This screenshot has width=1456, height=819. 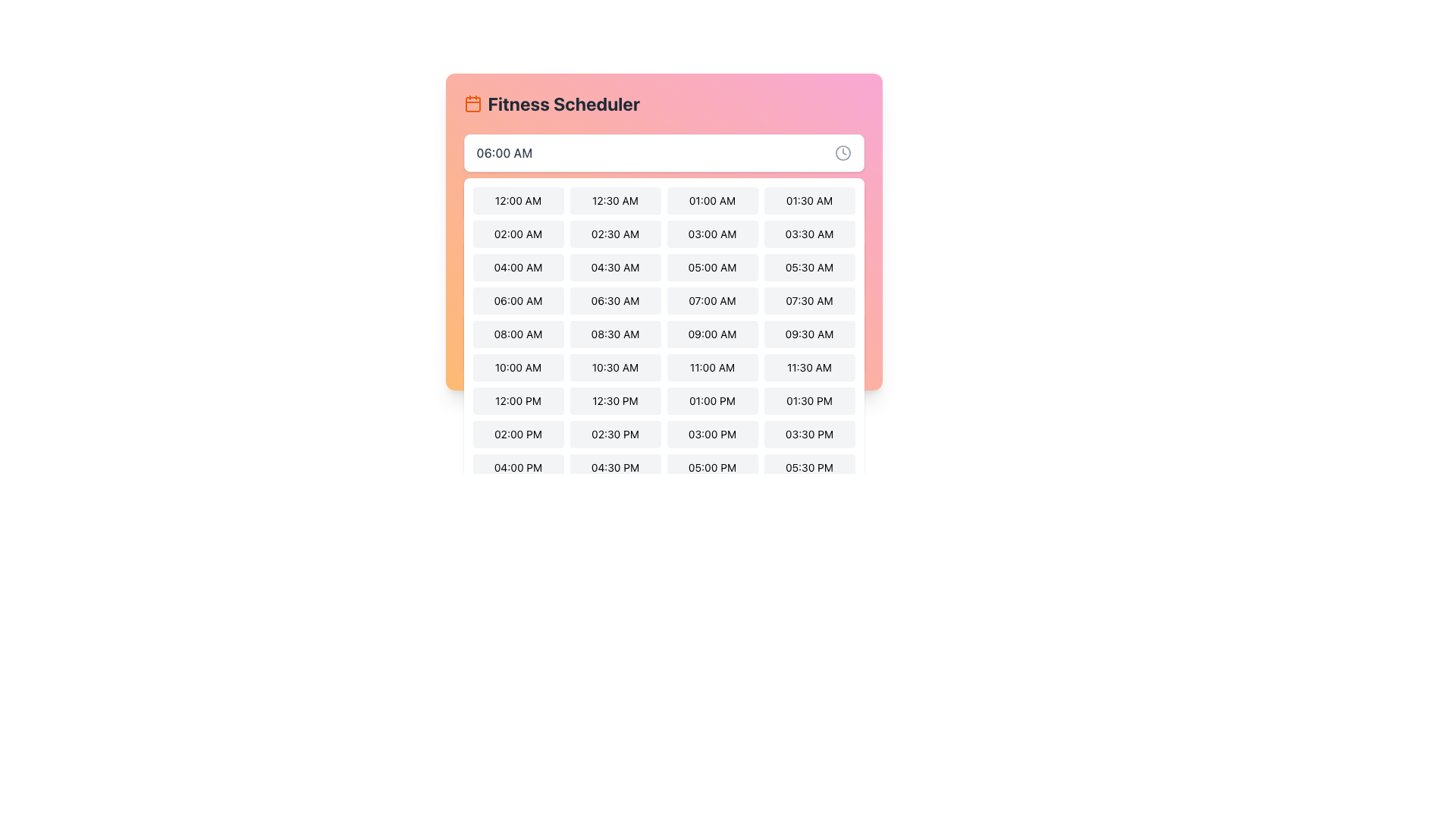 I want to click on the rectangular button labeled '10:00 AM' located in the third row and first column of the grid within the Fitness Scheduler dropdown, so click(x=518, y=368).